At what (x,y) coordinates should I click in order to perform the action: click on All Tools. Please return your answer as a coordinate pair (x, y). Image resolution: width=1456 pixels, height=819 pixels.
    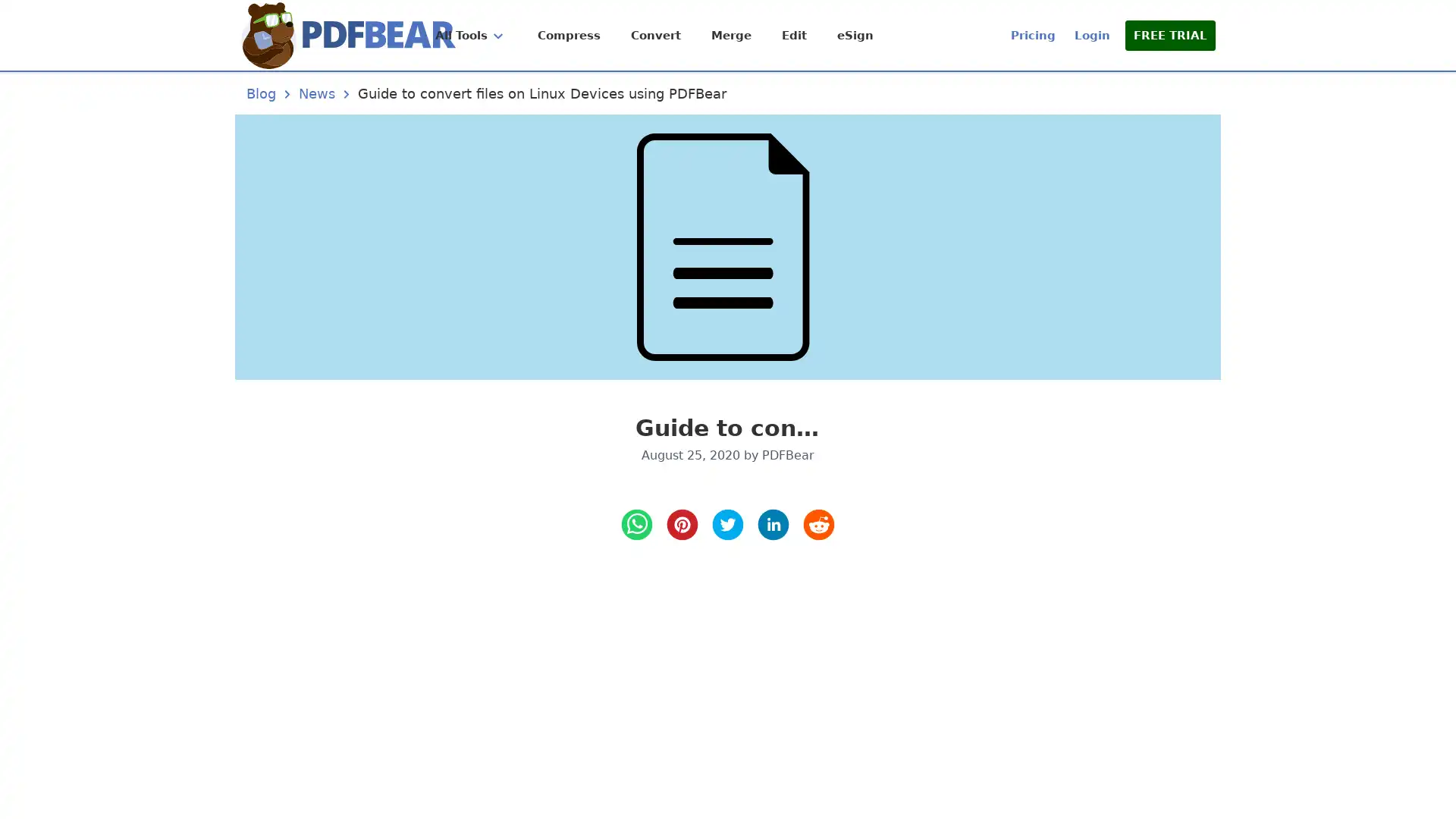
    Looking at the image, I should click on (467, 34).